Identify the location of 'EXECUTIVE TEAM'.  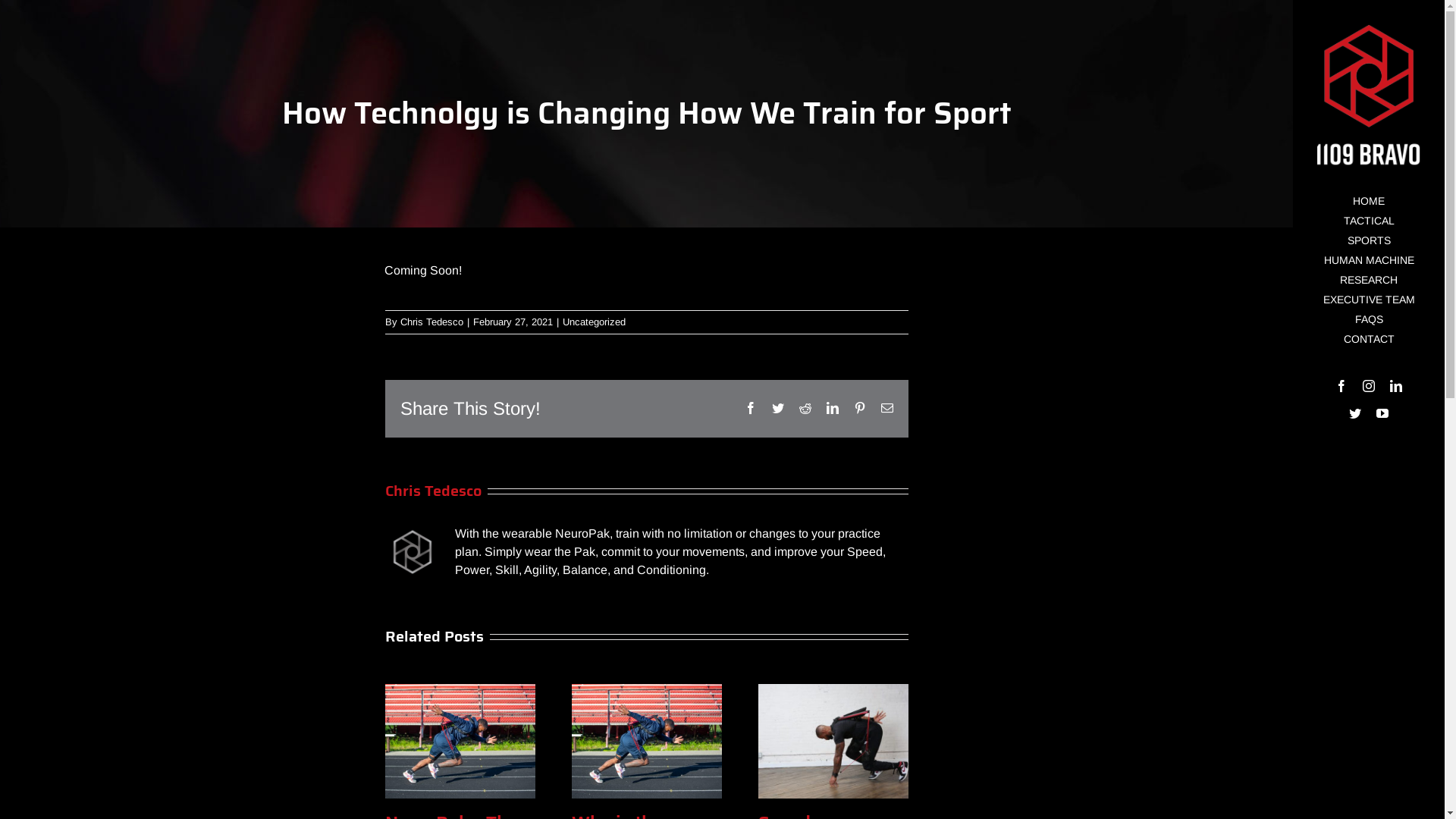
(1368, 300).